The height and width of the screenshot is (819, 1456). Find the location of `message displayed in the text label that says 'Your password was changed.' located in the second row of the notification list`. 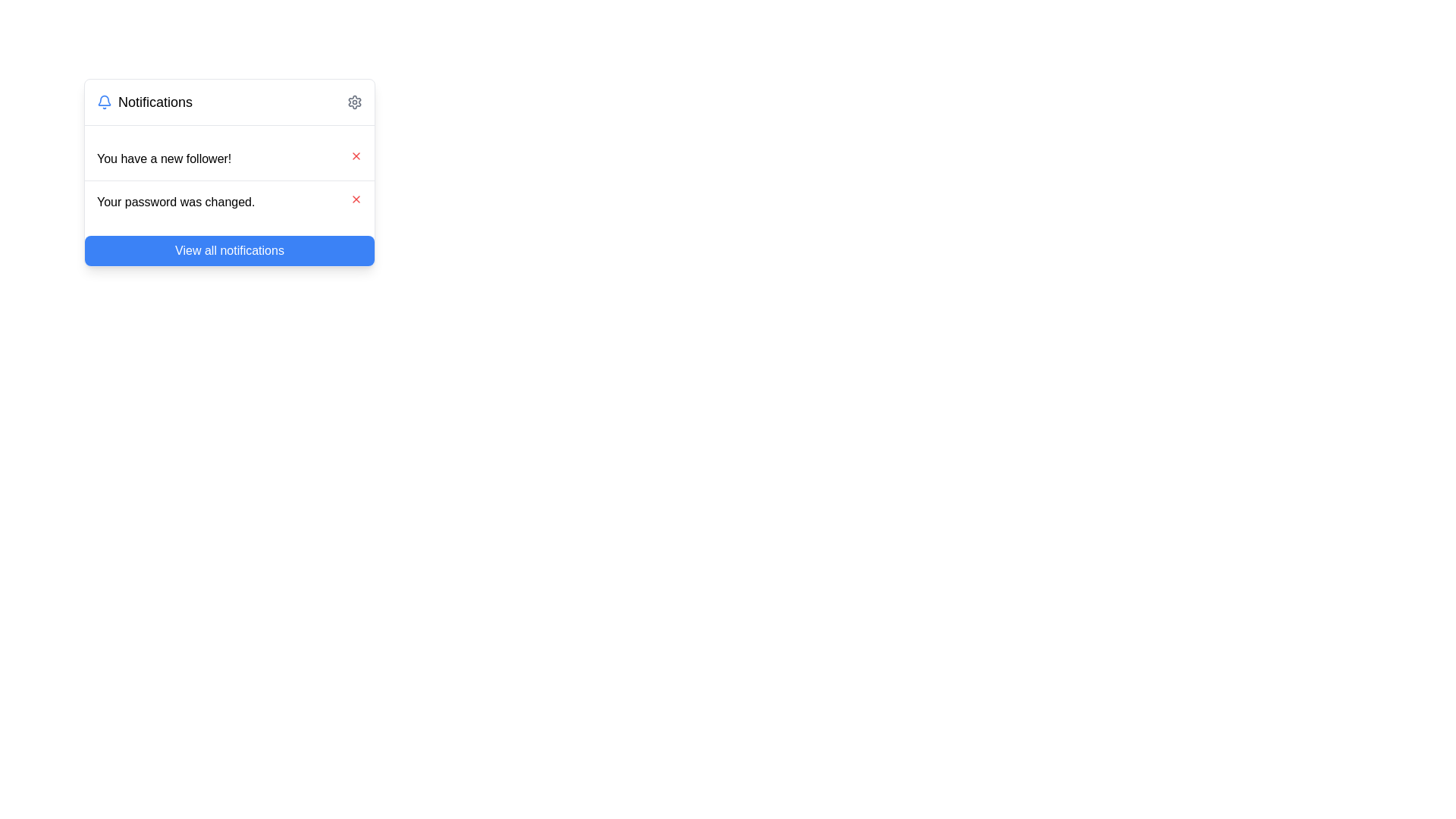

message displayed in the text label that says 'Your password was changed.' located in the second row of the notification list is located at coordinates (176, 201).